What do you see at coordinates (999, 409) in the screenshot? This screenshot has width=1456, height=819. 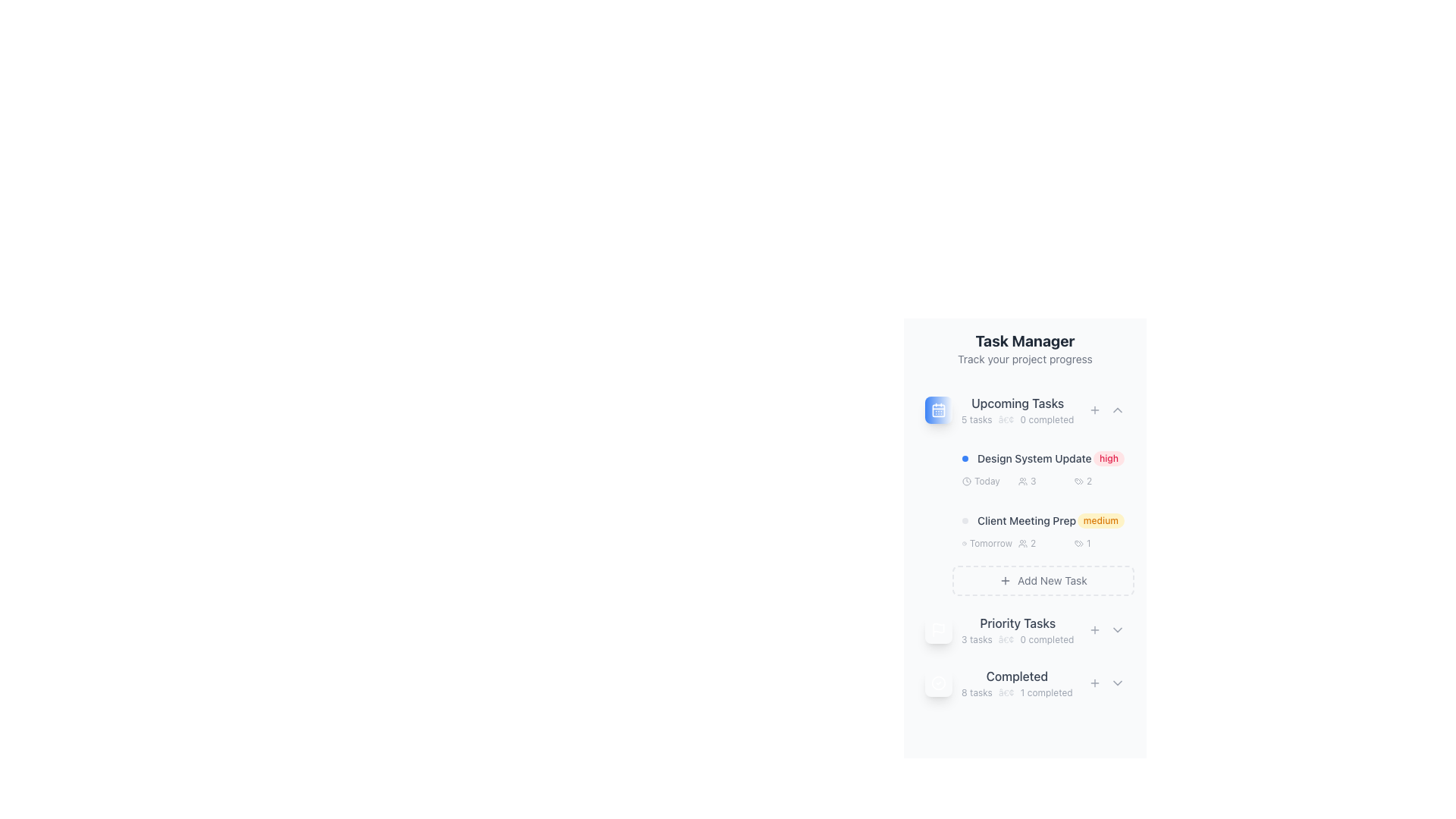 I see `the non-interactive informational widget that summarizes upcoming tasks, located under the 'Task Manager' header and above the task list` at bounding box center [999, 409].